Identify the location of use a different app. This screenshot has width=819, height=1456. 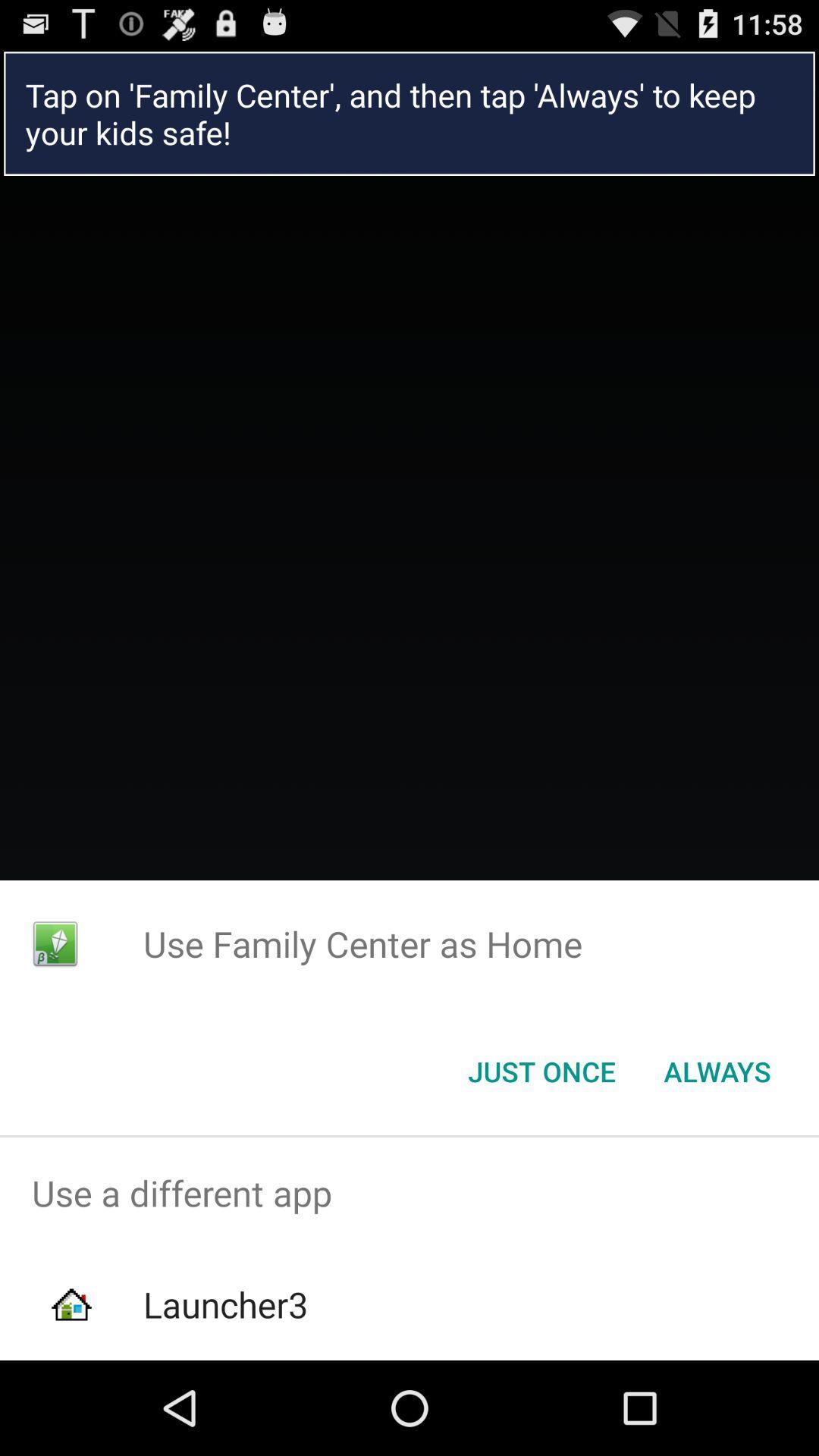
(409, 1192).